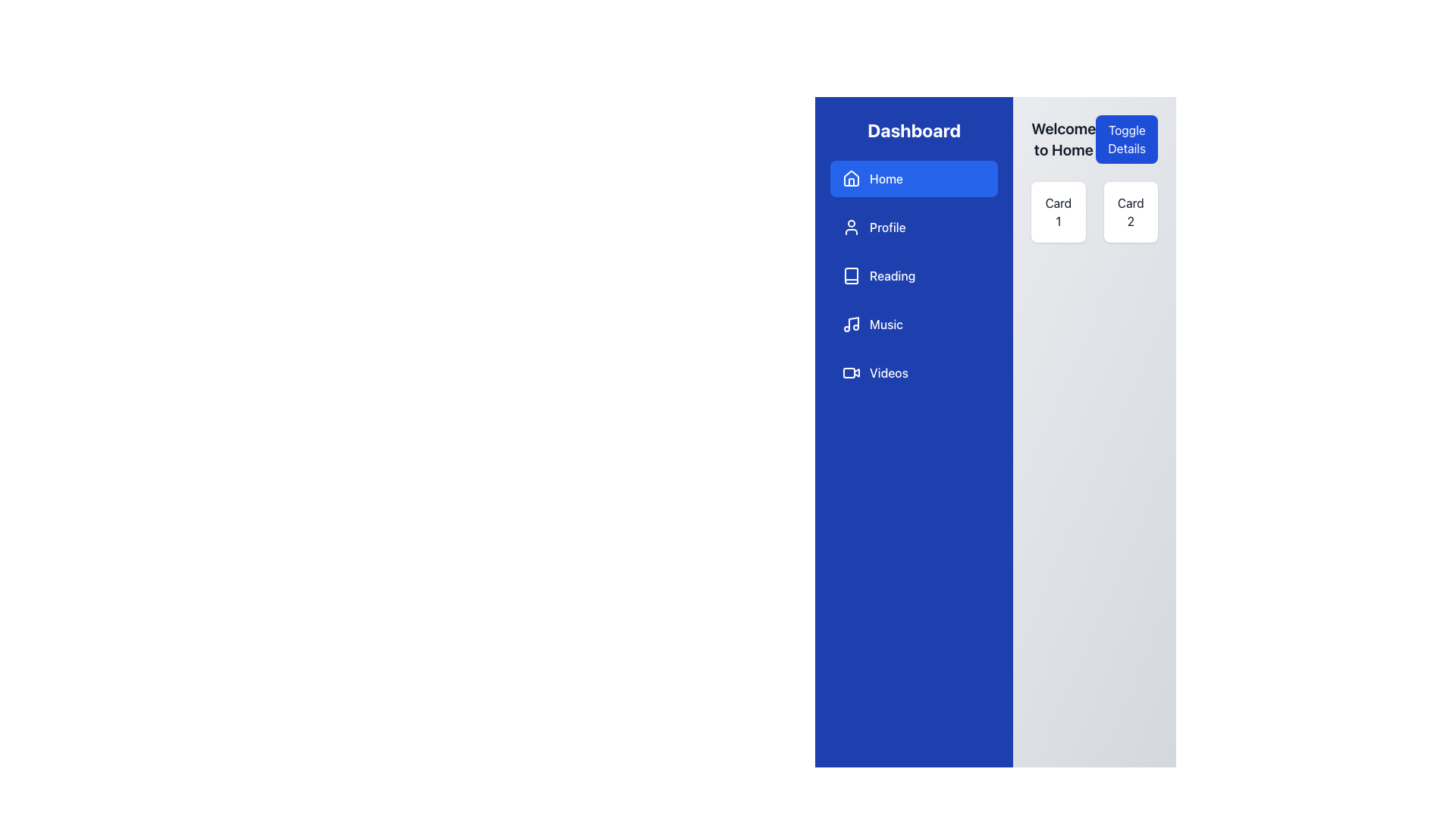 The height and width of the screenshot is (819, 1456). Describe the element at coordinates (893, 275) in the screenshot. I see `text label for the 'Reading' menu item located in the navigation sidebar, adjacent to the book icon` at that location.